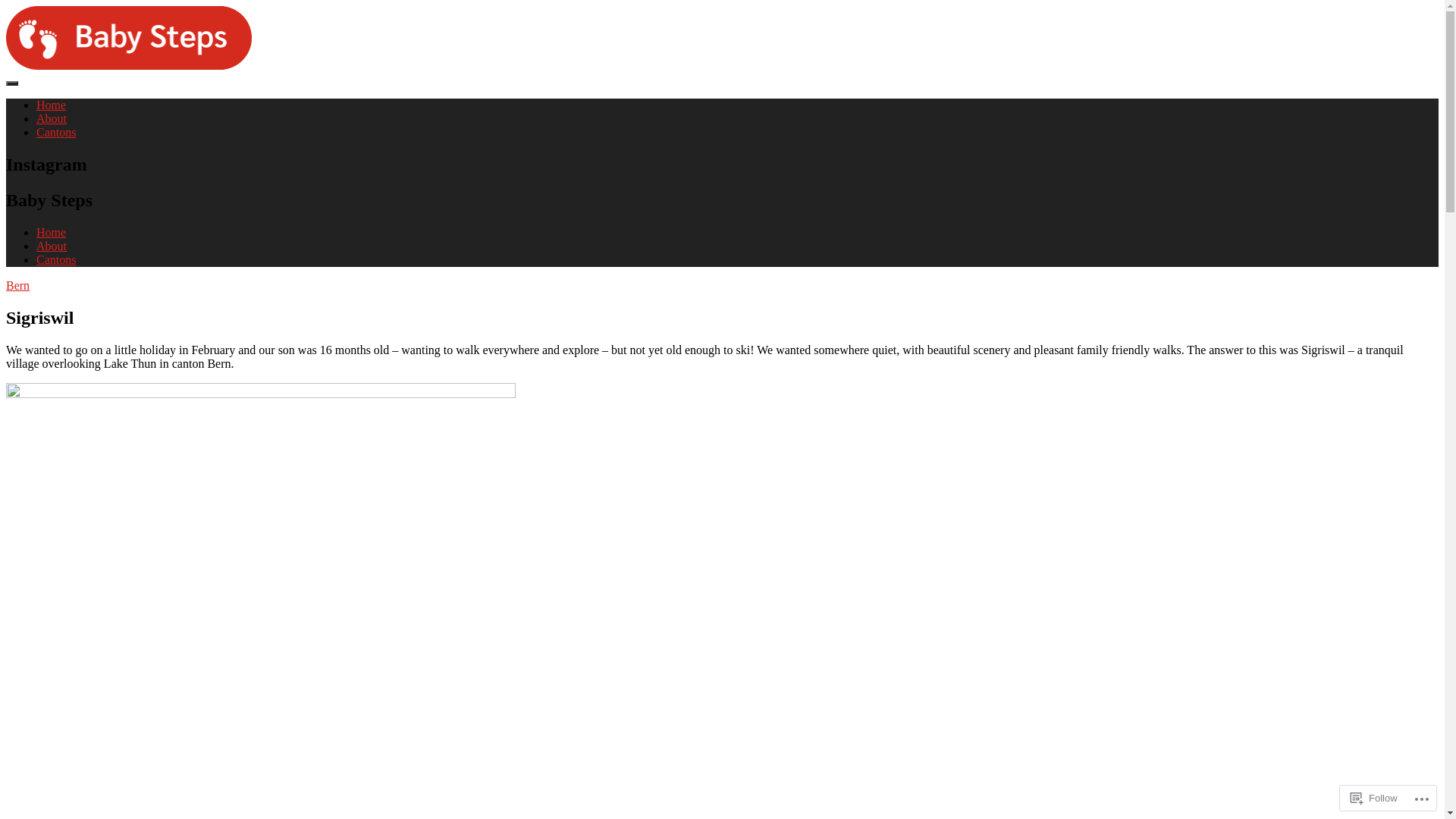 The width and height of the screenshot is (1456, 819). I want to click on 'Baby Steps', so click(33, 91).